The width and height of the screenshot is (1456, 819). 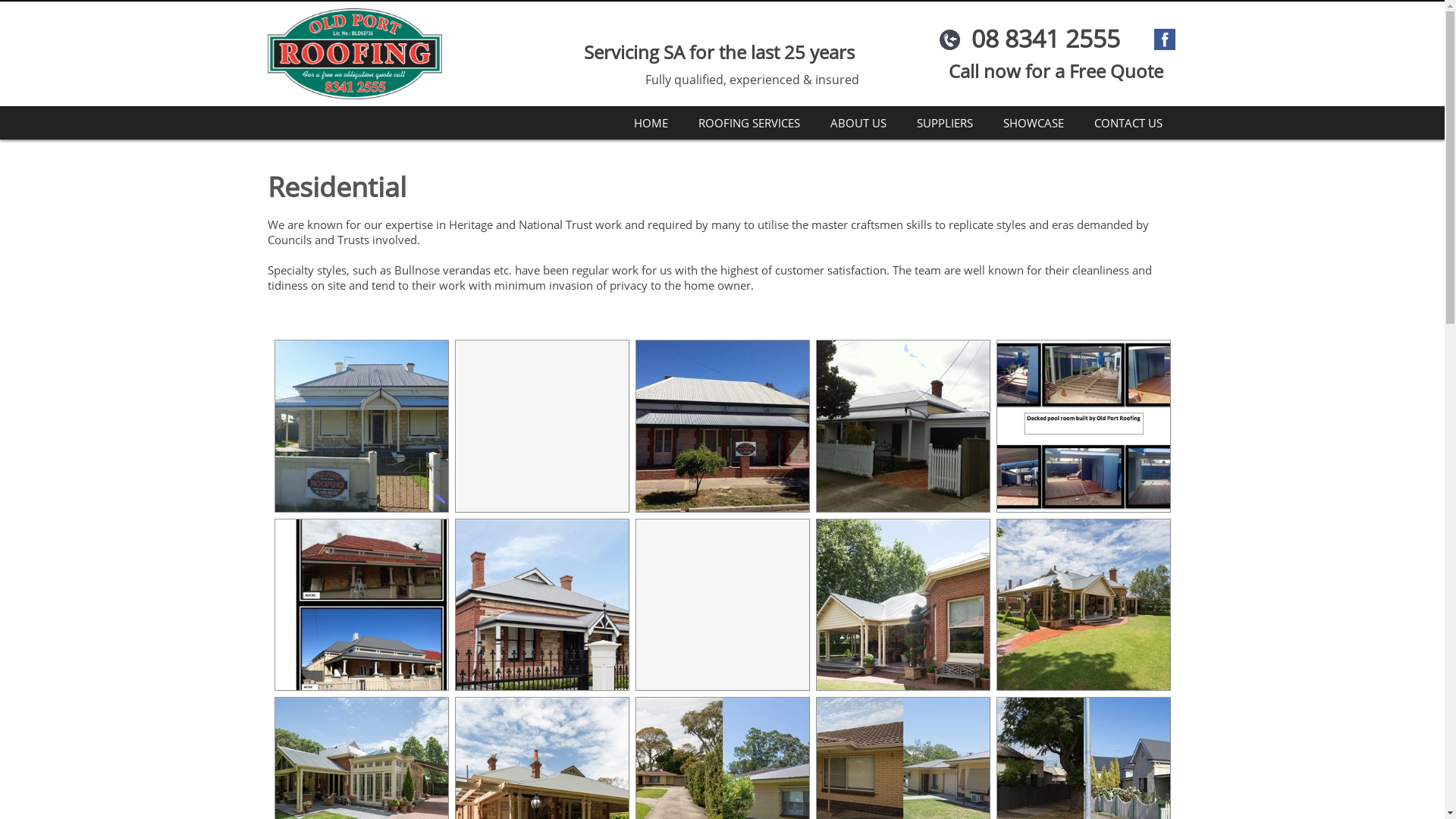 What do you see at coordinates (943, 122) in the screenshot?
I see `'SUPPLIERS'` at bounding box center [943, 122].